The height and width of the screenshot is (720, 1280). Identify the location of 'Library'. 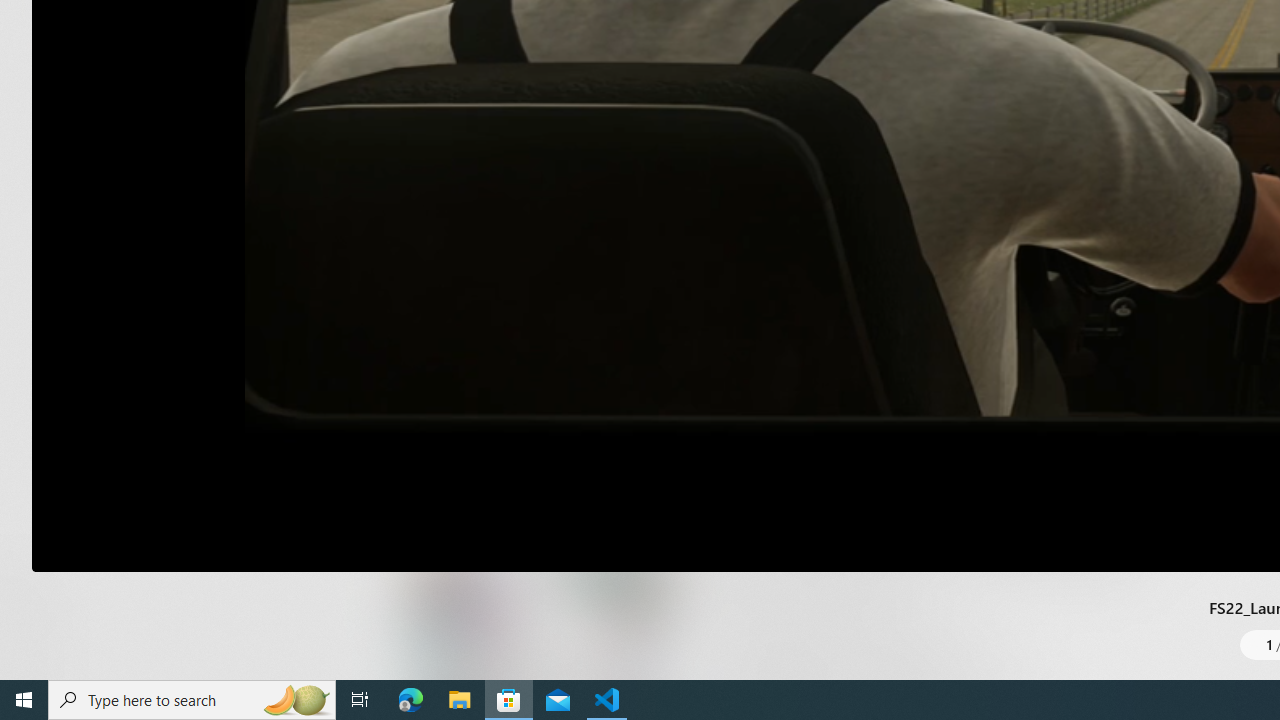
(35, 640).